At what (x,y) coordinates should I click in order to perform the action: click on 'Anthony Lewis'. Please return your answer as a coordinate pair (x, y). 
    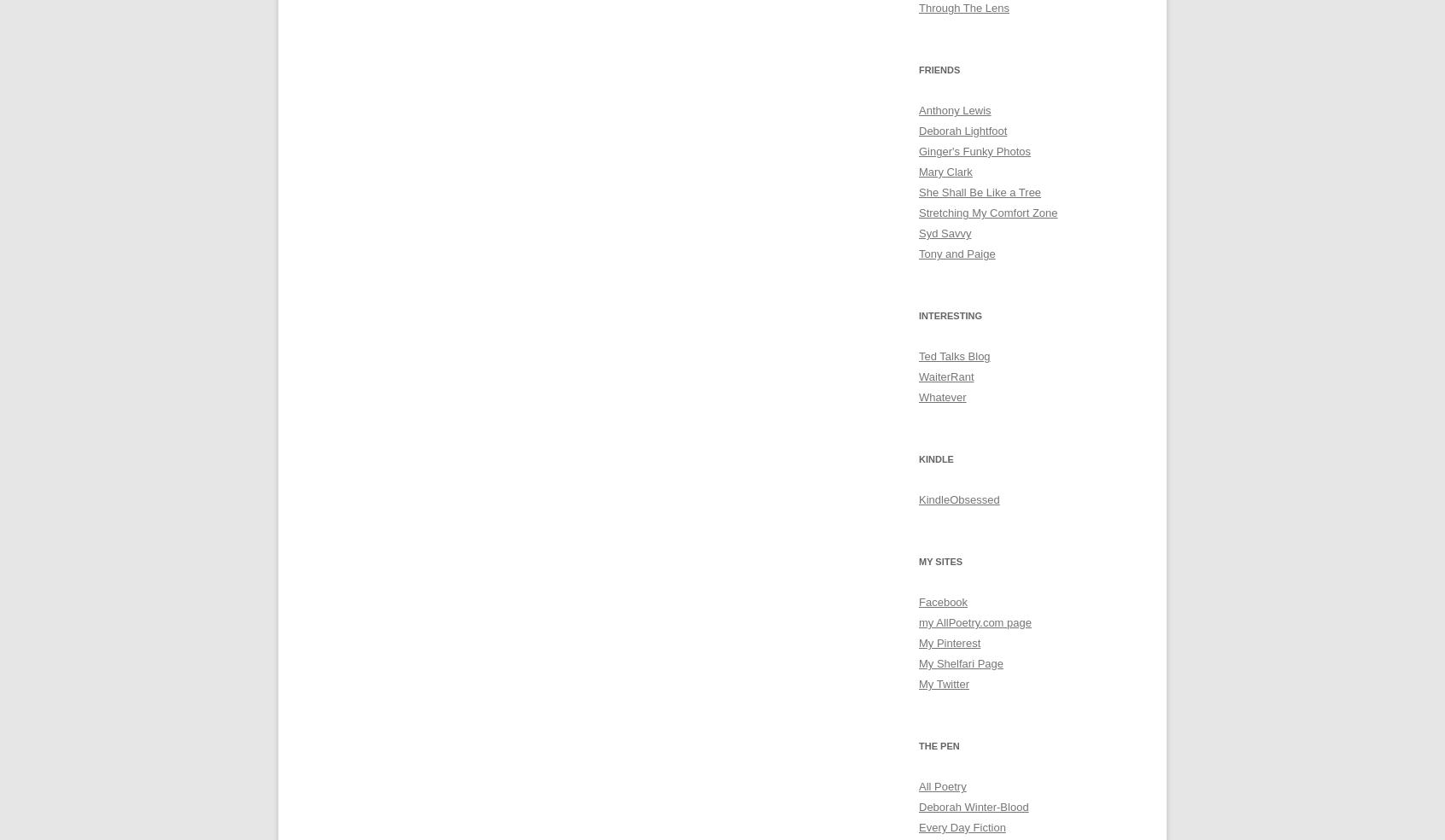
    Looking at the image, I should click on (955, 110).